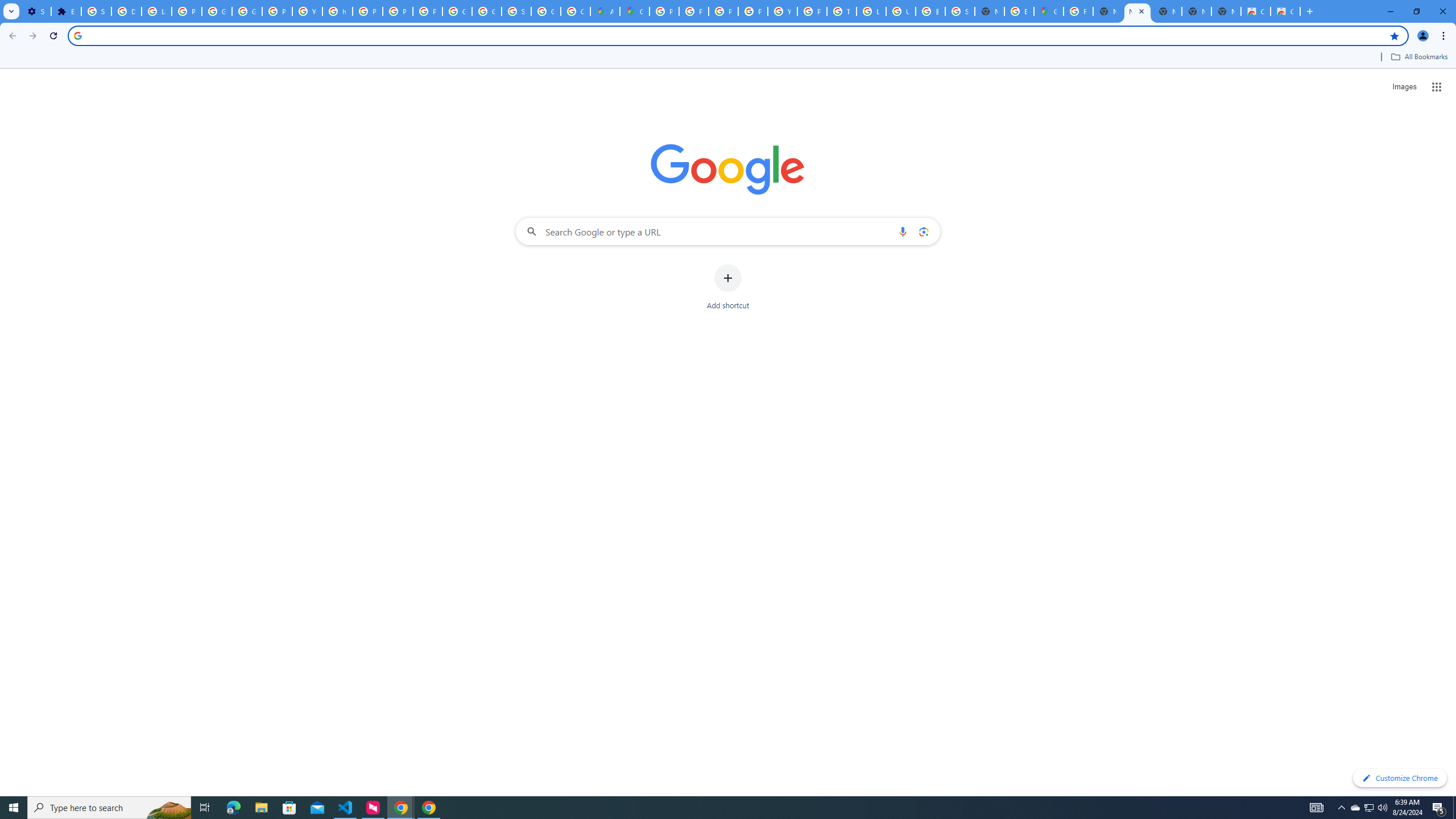 The image size is (1456, 819). What do you see at coordinates (32, 35) in the screenshot?
I see `'Forward'` at bounding box center [32, 35].